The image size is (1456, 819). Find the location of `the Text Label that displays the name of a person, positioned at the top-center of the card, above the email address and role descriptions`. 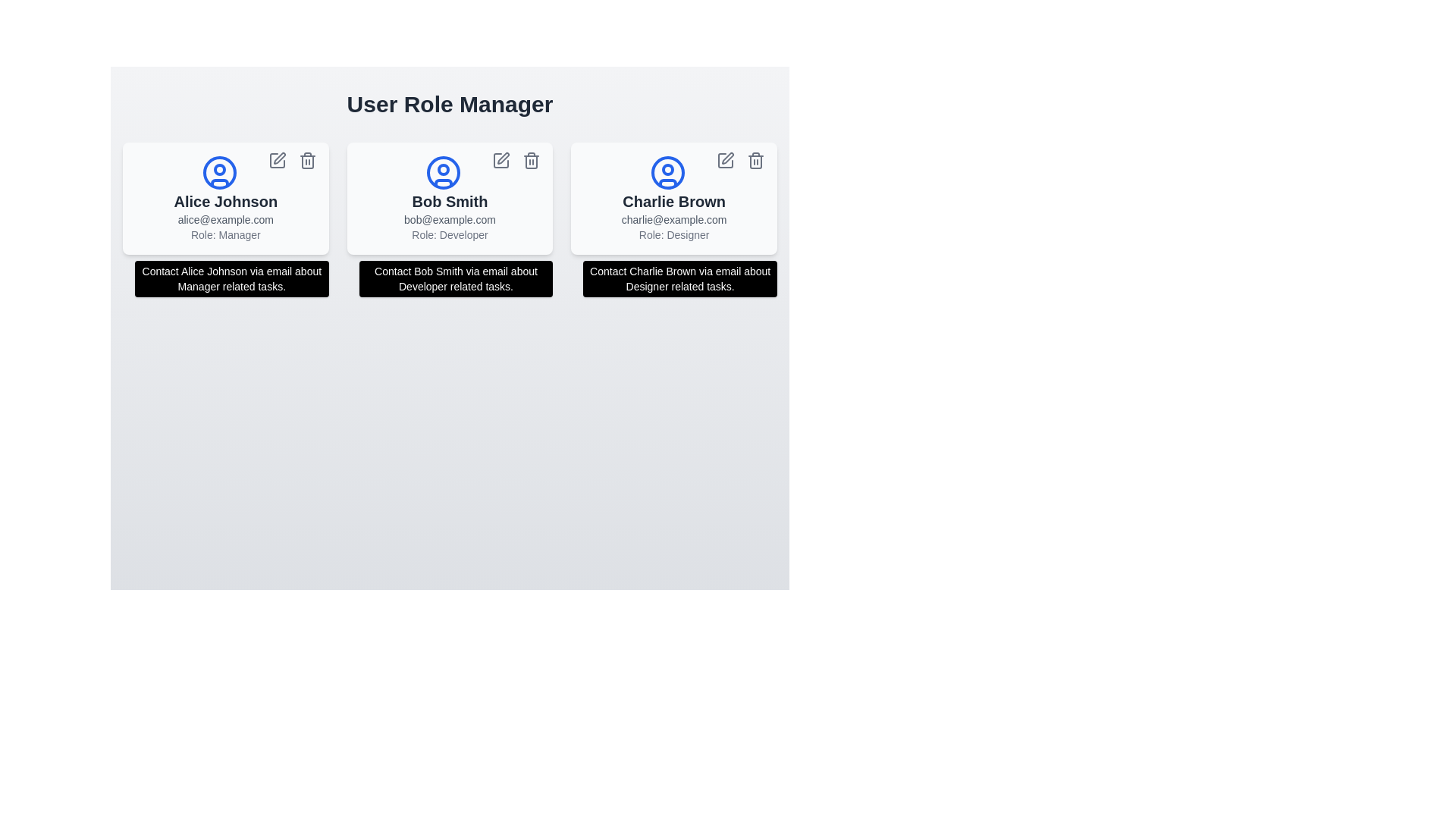

the Text Label that displays the name of a person, positioned at the top-center of the card, above the email address and role descriptions is located at coordinates (449, 201).